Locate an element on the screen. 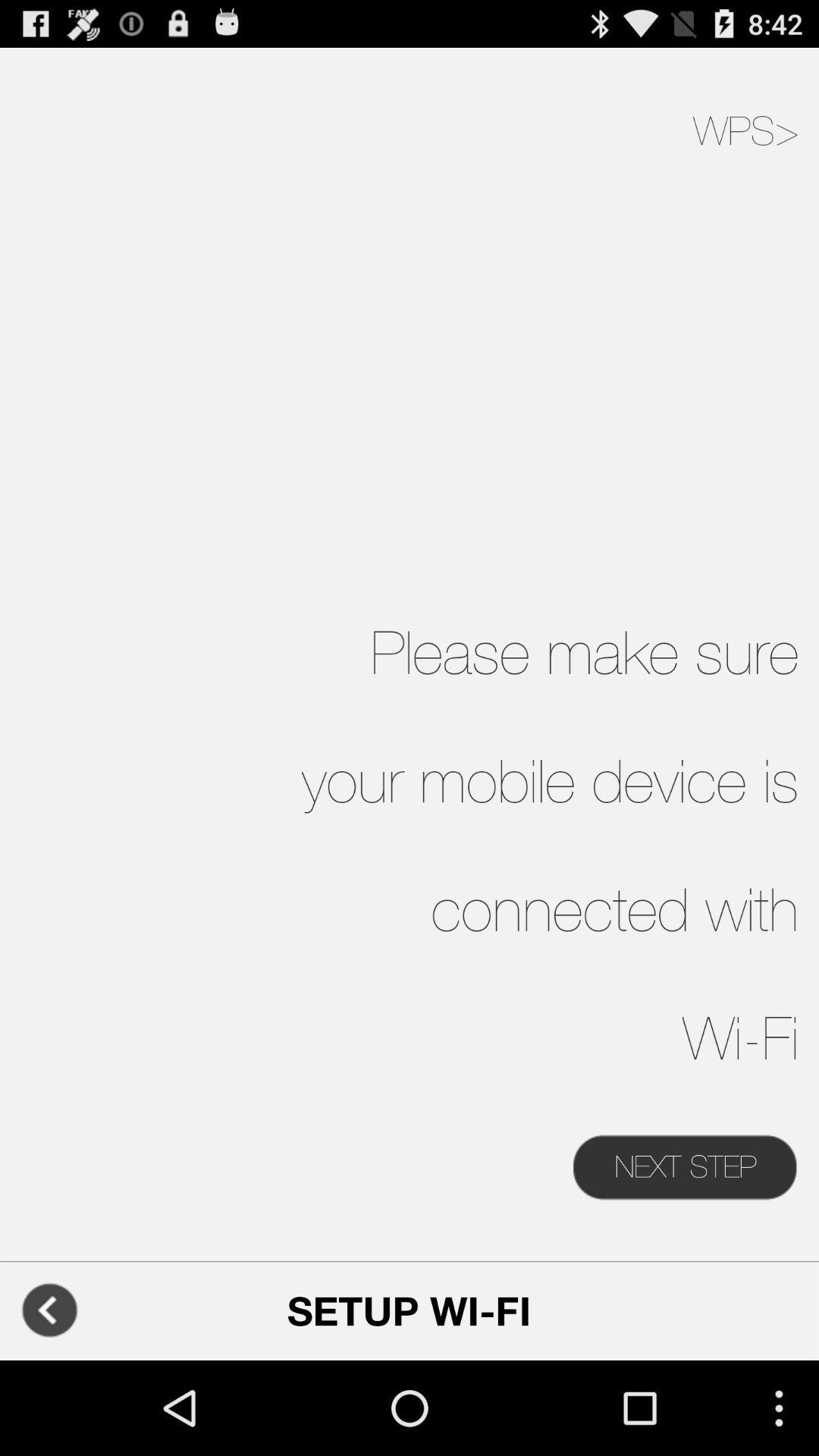 This screenshot has height=1456, width=819. previous page is located at coordinates (49, 1310).